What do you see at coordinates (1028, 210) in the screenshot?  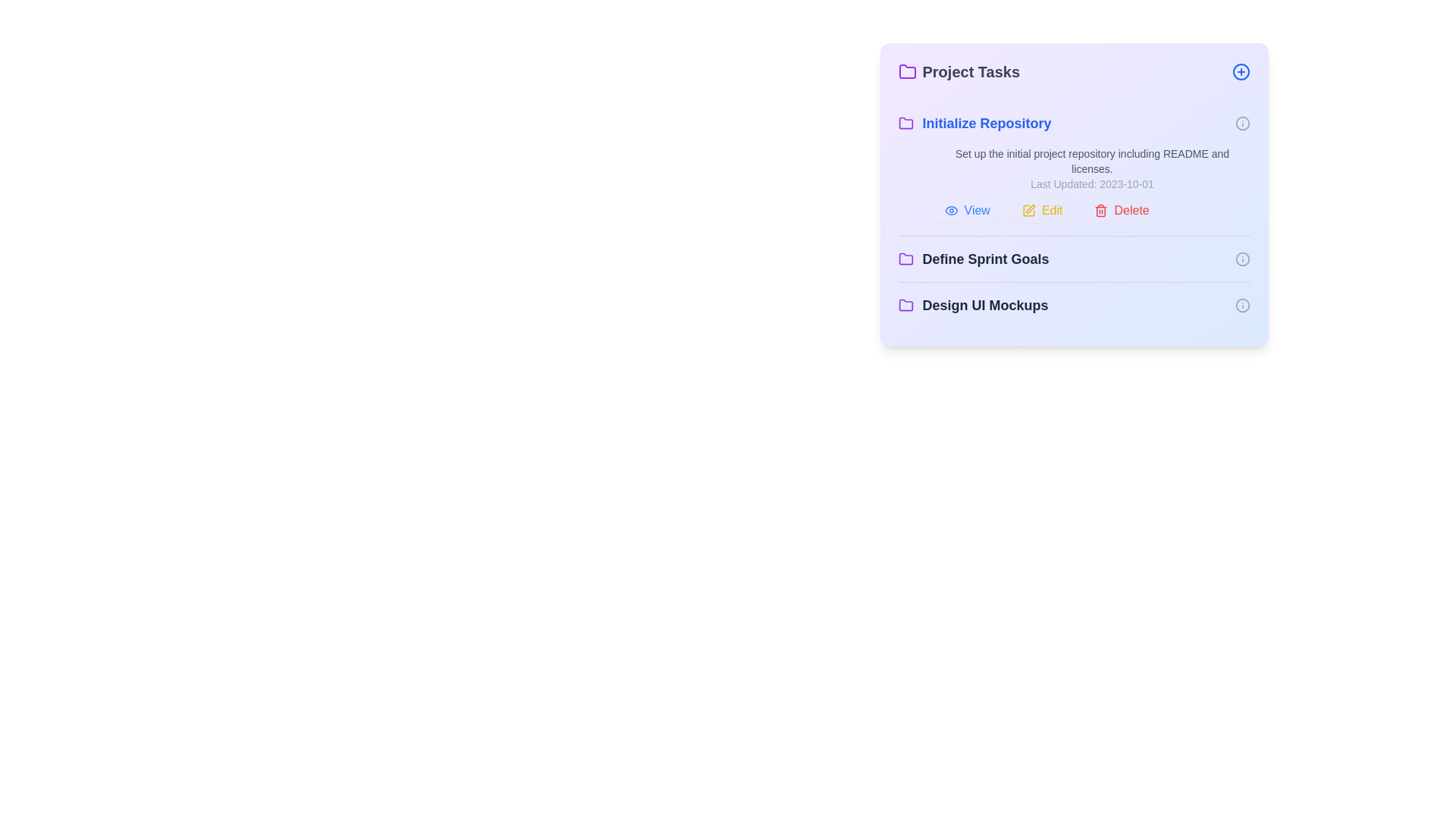 I see `the edit icon located to the left of the text 'Edit' to initiate the editing mode` at bounding box center [1028, 210].